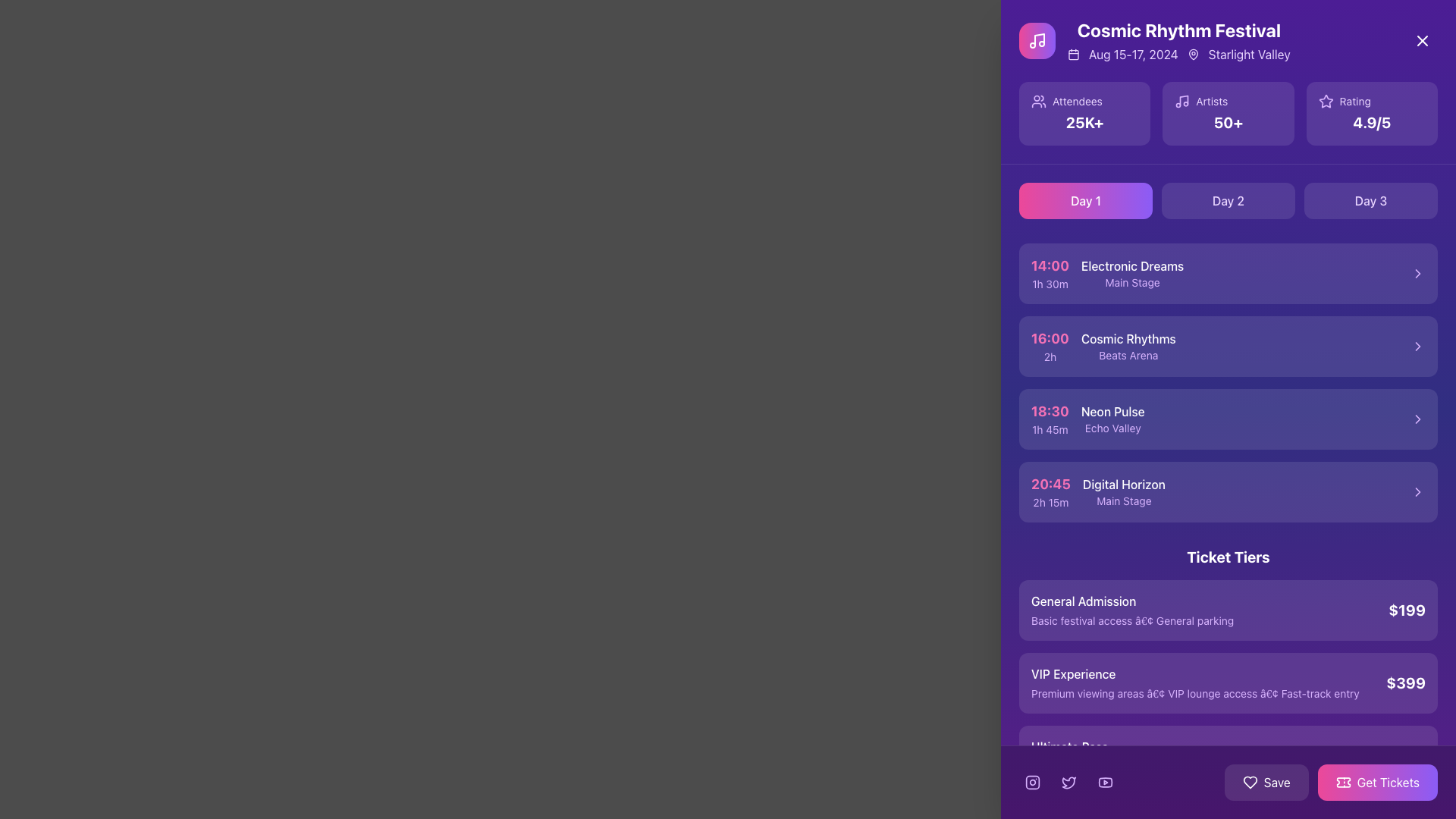 Image resolution: width=1456 pixels, height=819 pixels. Describe the element at coordinates (1050, 484) in the screenshot. I see `the time '20:45' displayed in bold pink font` at that location.